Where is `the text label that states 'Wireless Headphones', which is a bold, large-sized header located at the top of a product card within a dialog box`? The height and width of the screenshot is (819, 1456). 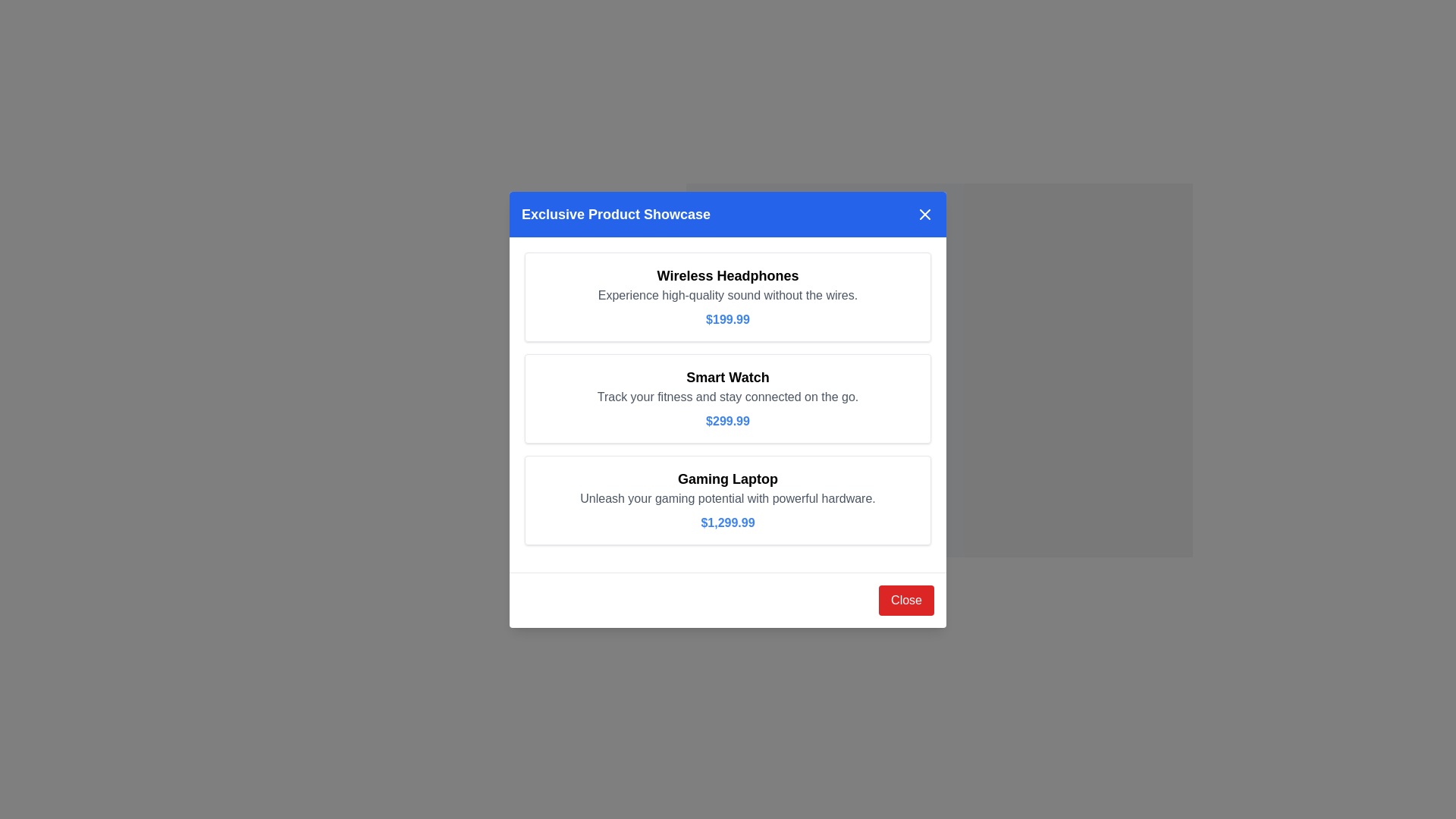 the text label that states 'Wireless Headphones', which is a bold, large-sized header located at the top of a product card within a dialog box is located at coordinates (728, 275).